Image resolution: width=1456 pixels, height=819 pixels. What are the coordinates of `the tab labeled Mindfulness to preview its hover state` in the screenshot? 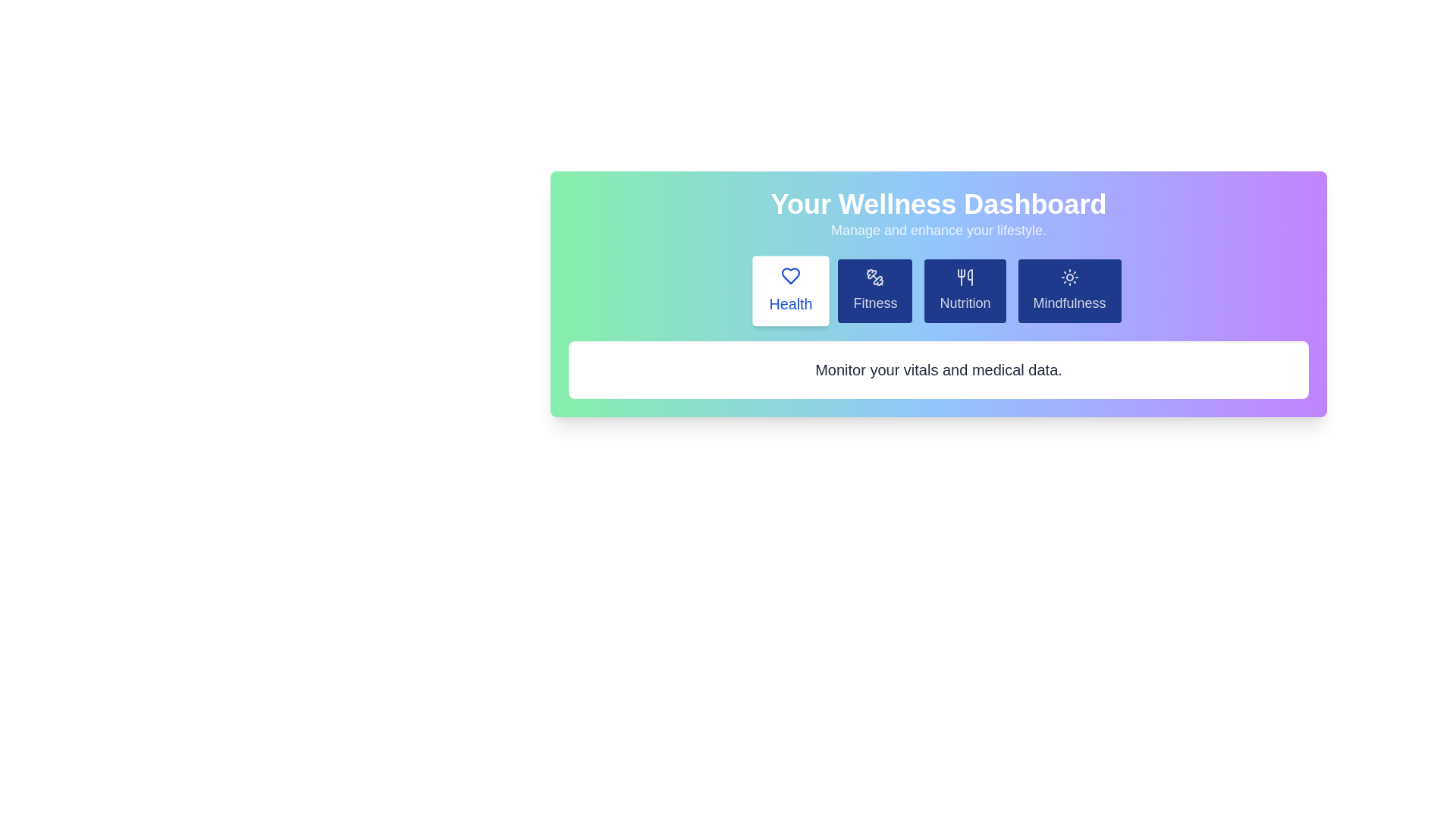 It's located at (1068, 291).